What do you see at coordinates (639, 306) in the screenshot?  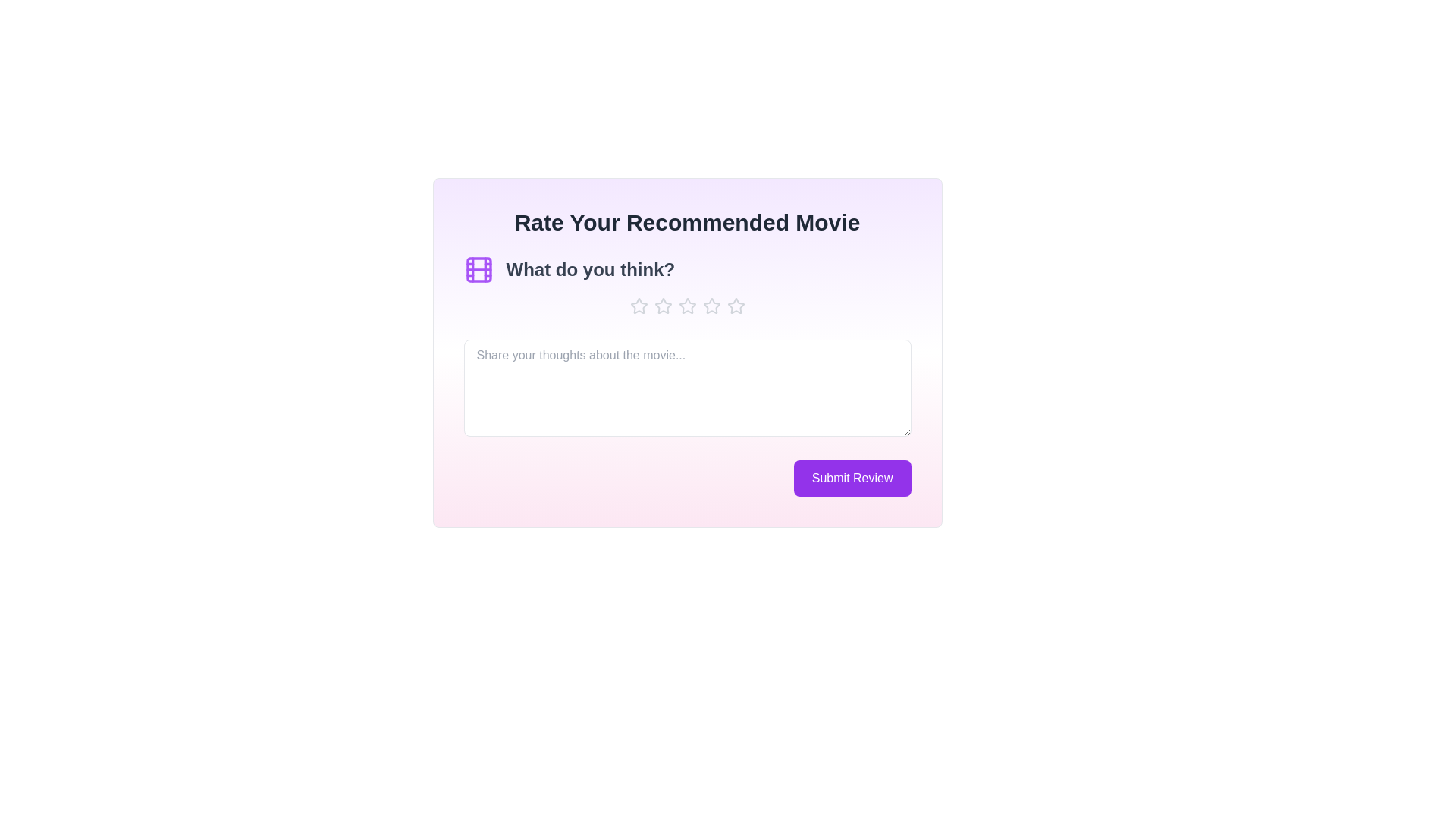 I see `the star icon to set the rating to 1` at bounding box center [639, 306].